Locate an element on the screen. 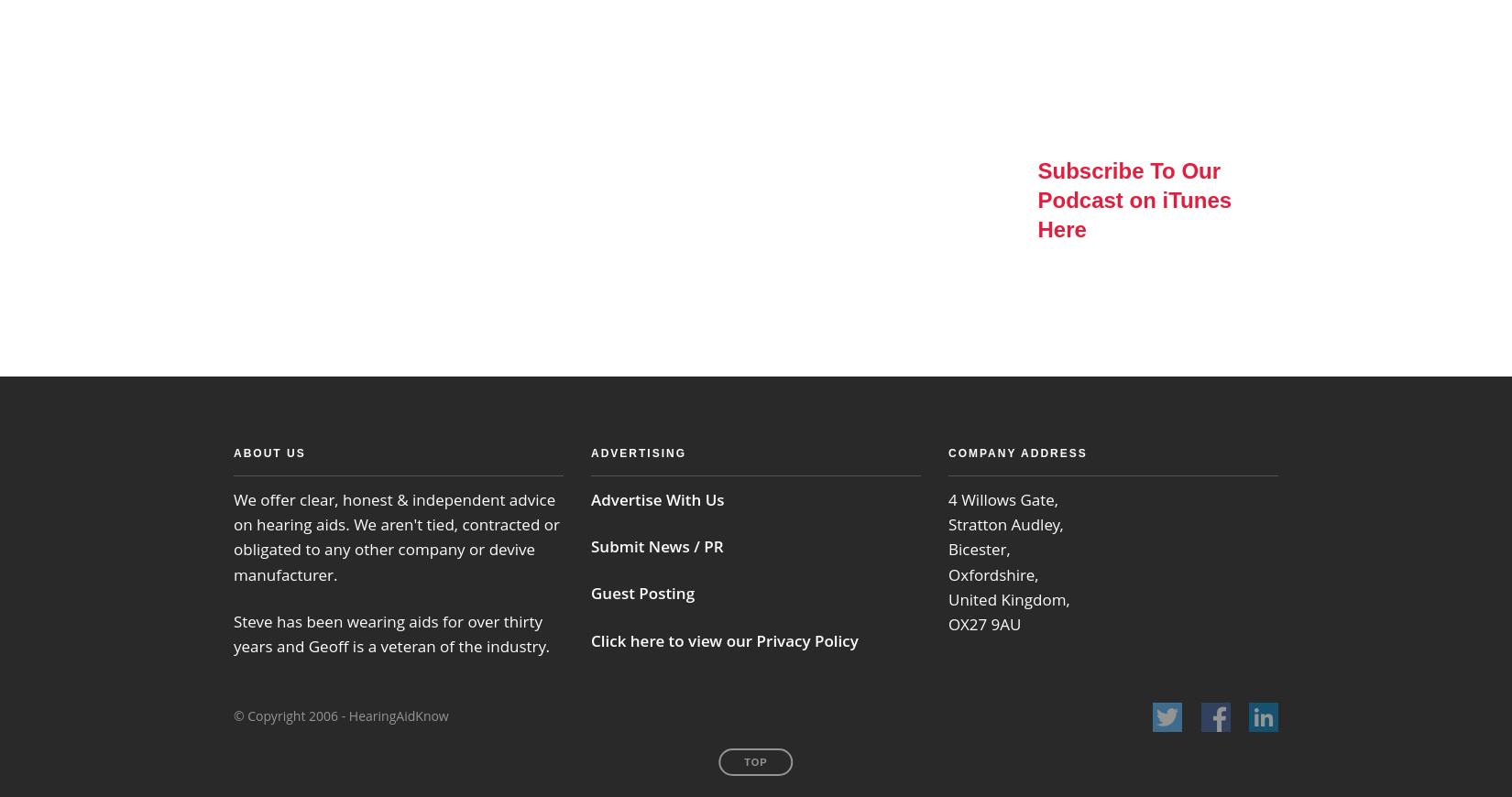 This screenshot has height=797, width=1512. 'We offer clear, honest & independent advice on hearing aids. We aren't tied, contracted or obligated to any other company or devive manufacturer.' is located at coordinates (233, 535).